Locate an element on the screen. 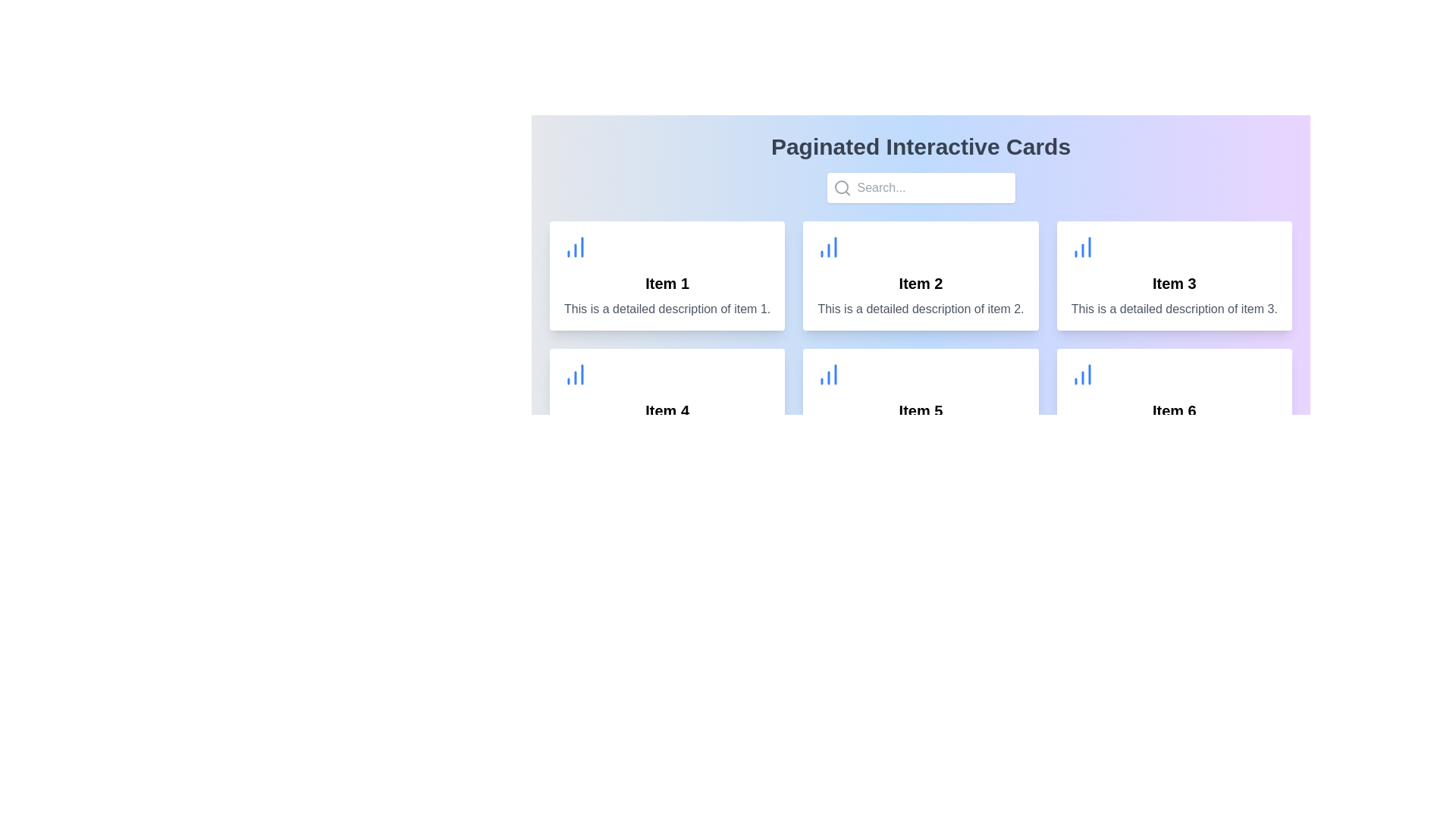 This screenshot has height=819, width=1456. the Informational Card displaying 'Item 3', which is the third card in a grid layout, located at the top row, third column is located at coordinates (1173, 275).